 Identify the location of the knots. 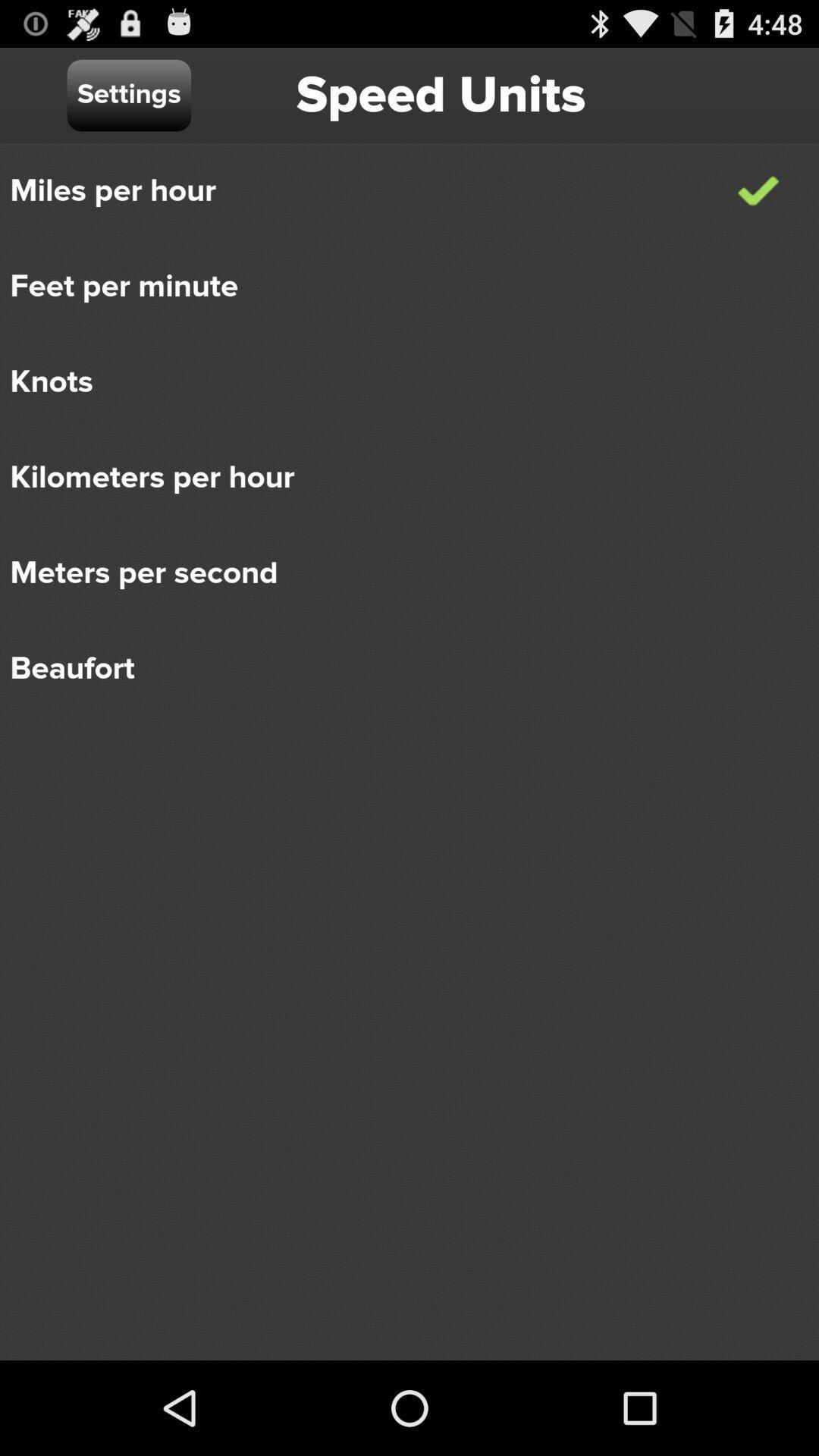
(398, 382).